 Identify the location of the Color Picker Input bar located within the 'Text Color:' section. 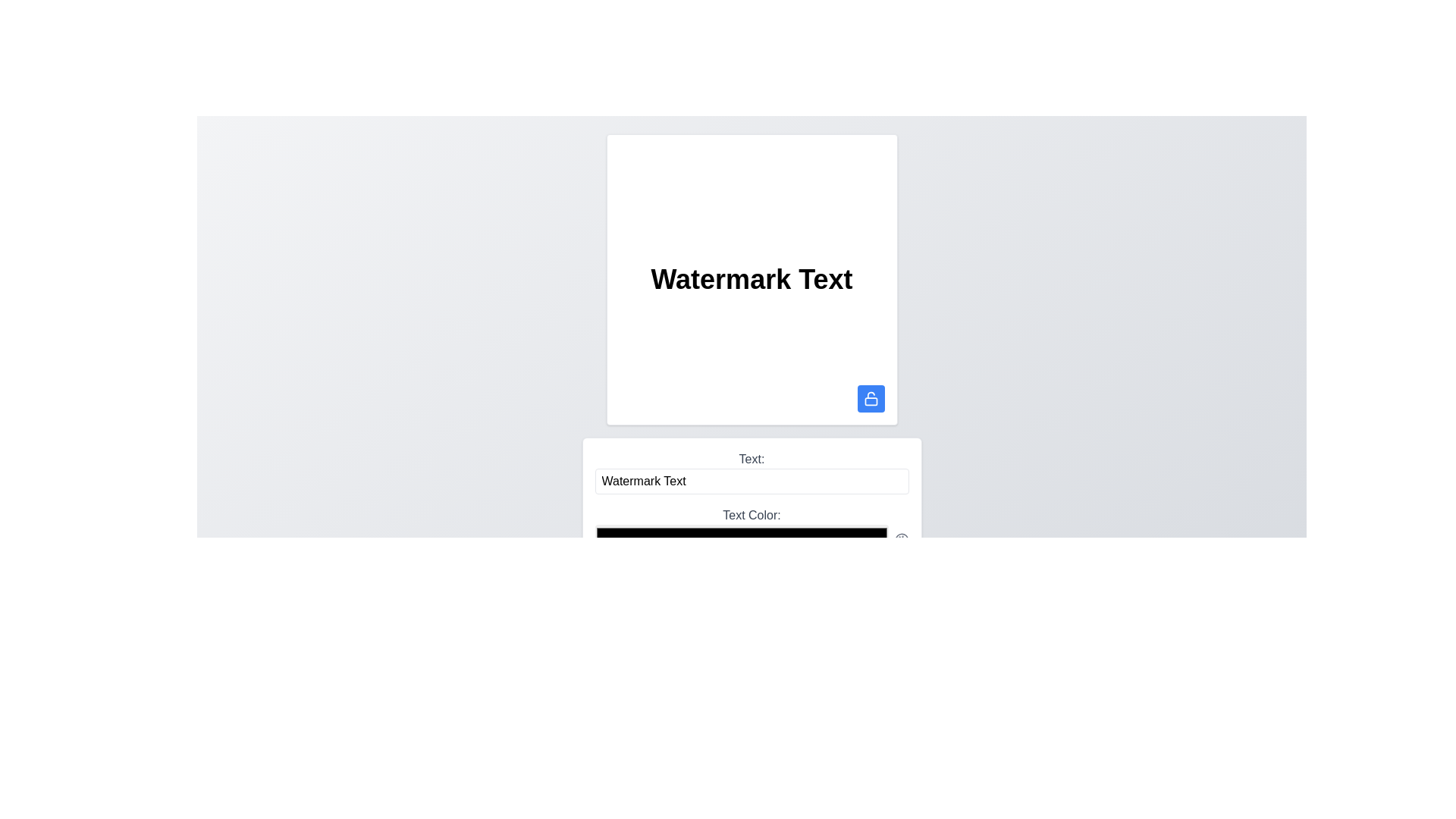
(742, 539).